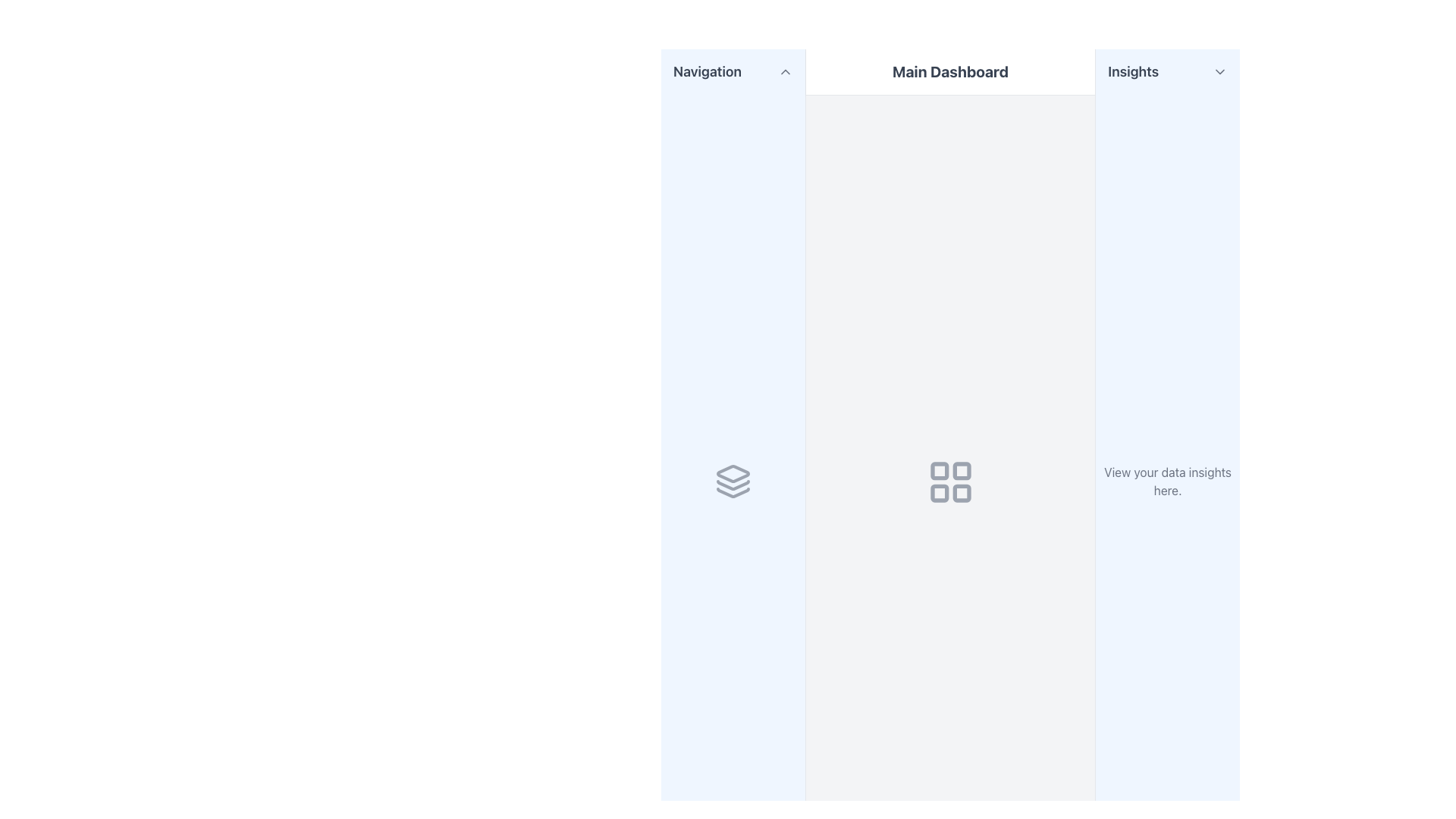  What do you see at coordinates (938, 493) in the screenshot?
I see `the bottom-left graphical square in a 2x2 grid, which has rounded corners and no additional visual indicators or text` at bounding box center [938, 493].